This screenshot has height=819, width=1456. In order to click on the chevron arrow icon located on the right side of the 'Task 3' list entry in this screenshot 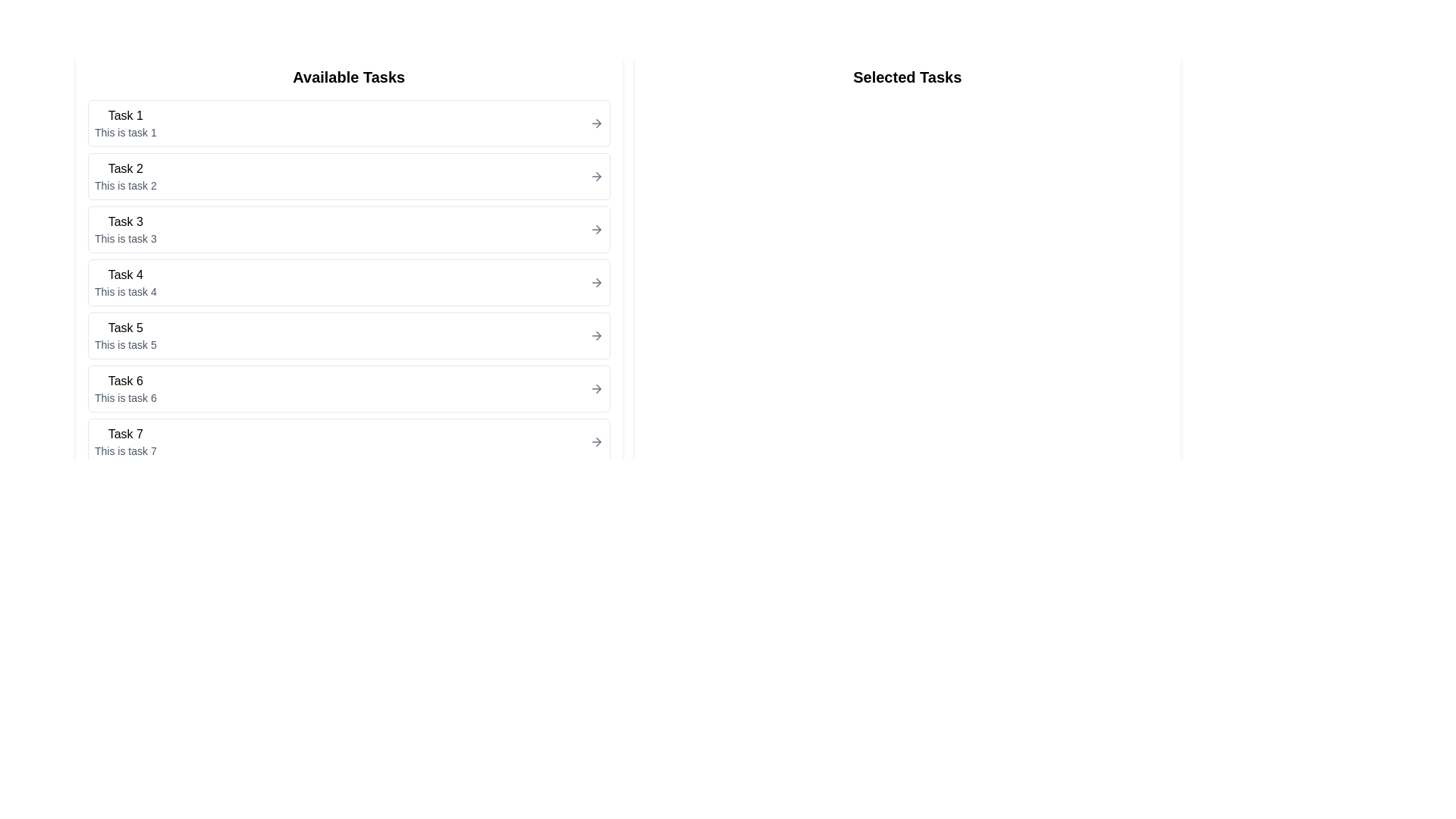, I will do `click(595, 230)`.